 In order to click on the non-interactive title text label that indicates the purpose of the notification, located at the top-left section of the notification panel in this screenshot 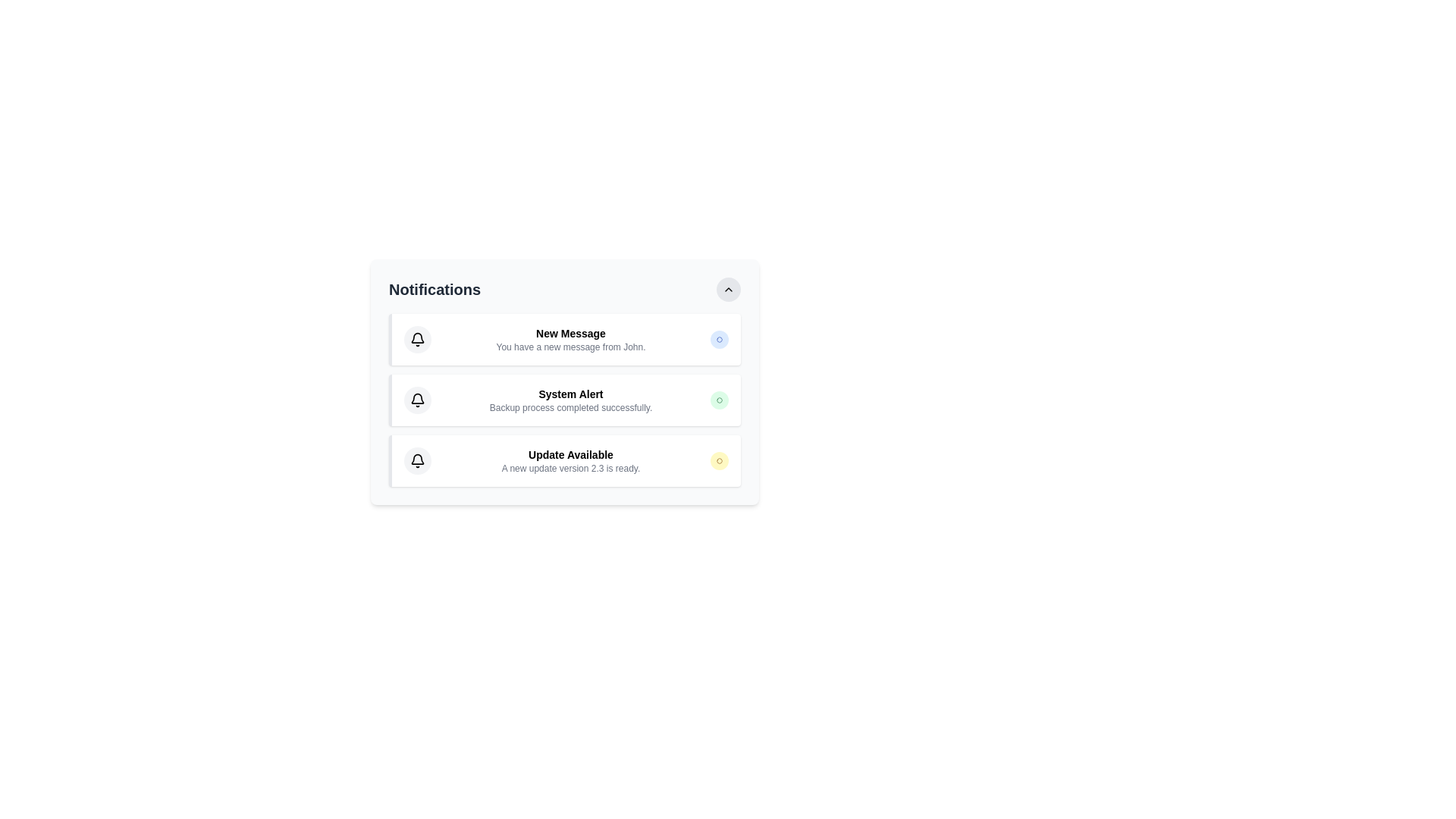, I will do `click(570, 332)`.